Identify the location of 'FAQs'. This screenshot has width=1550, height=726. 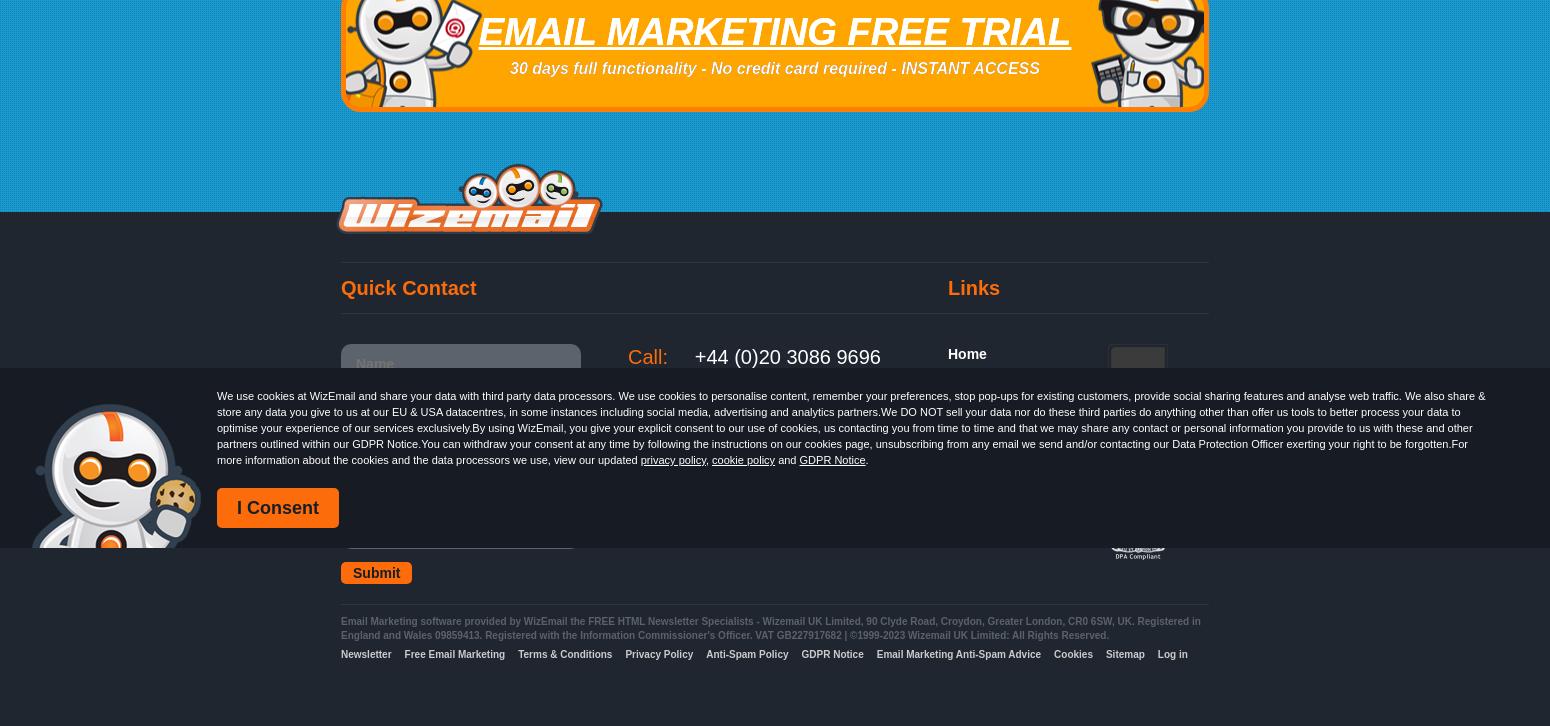
(964, 437).